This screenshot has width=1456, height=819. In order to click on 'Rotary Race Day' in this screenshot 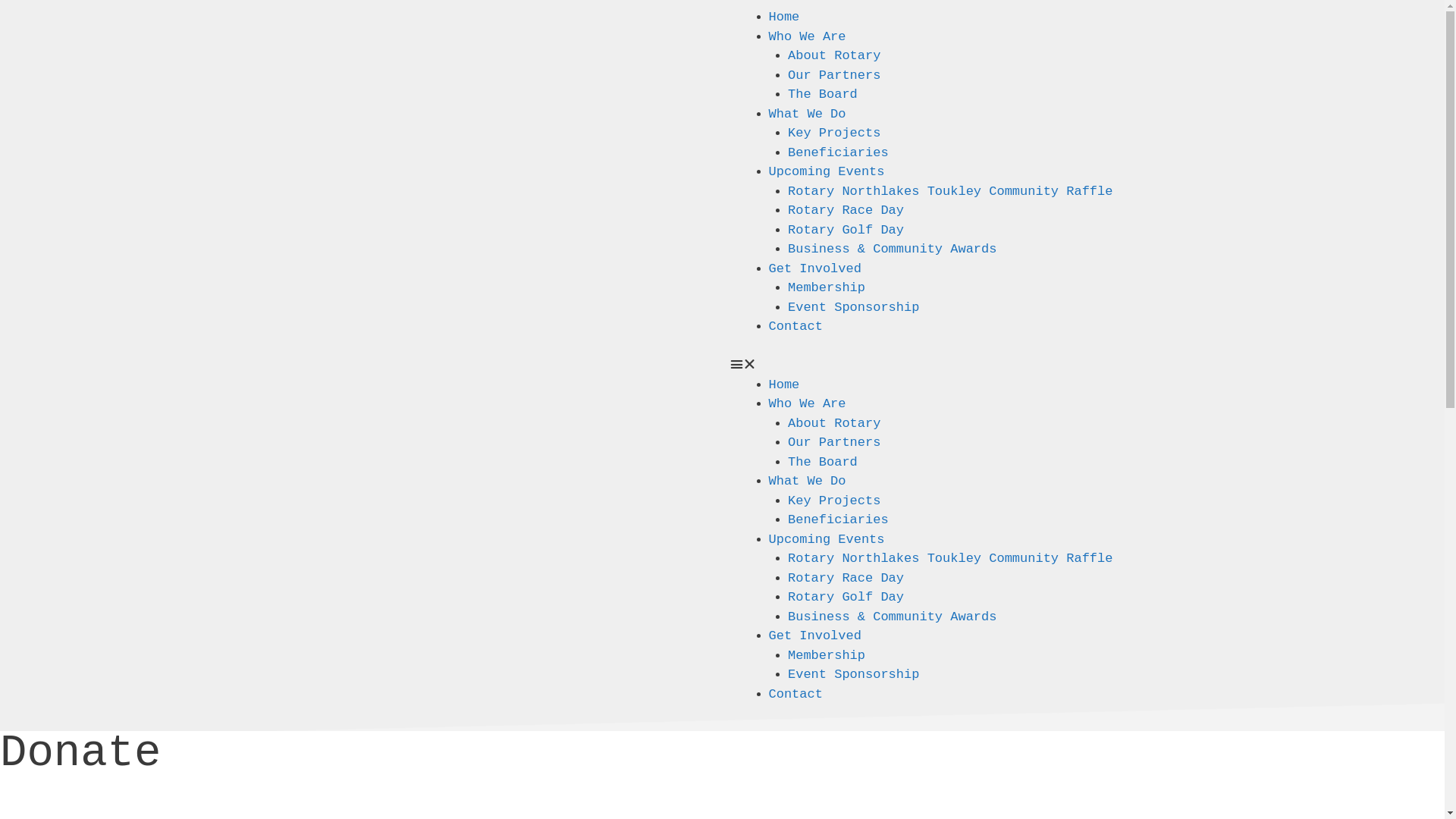, I will do `click(845, 210)`.